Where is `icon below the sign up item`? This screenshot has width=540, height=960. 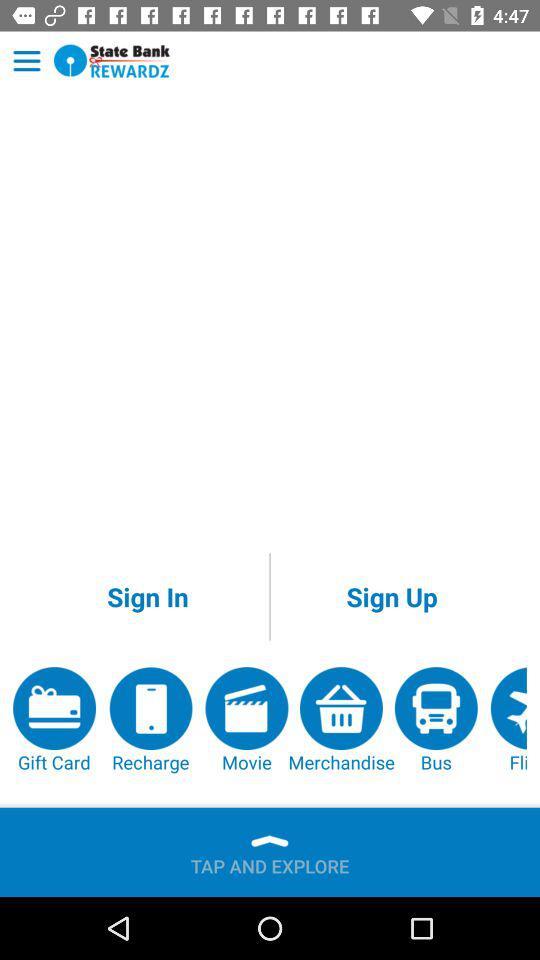 icon below the sign up item is located at coordinates (340, 720).